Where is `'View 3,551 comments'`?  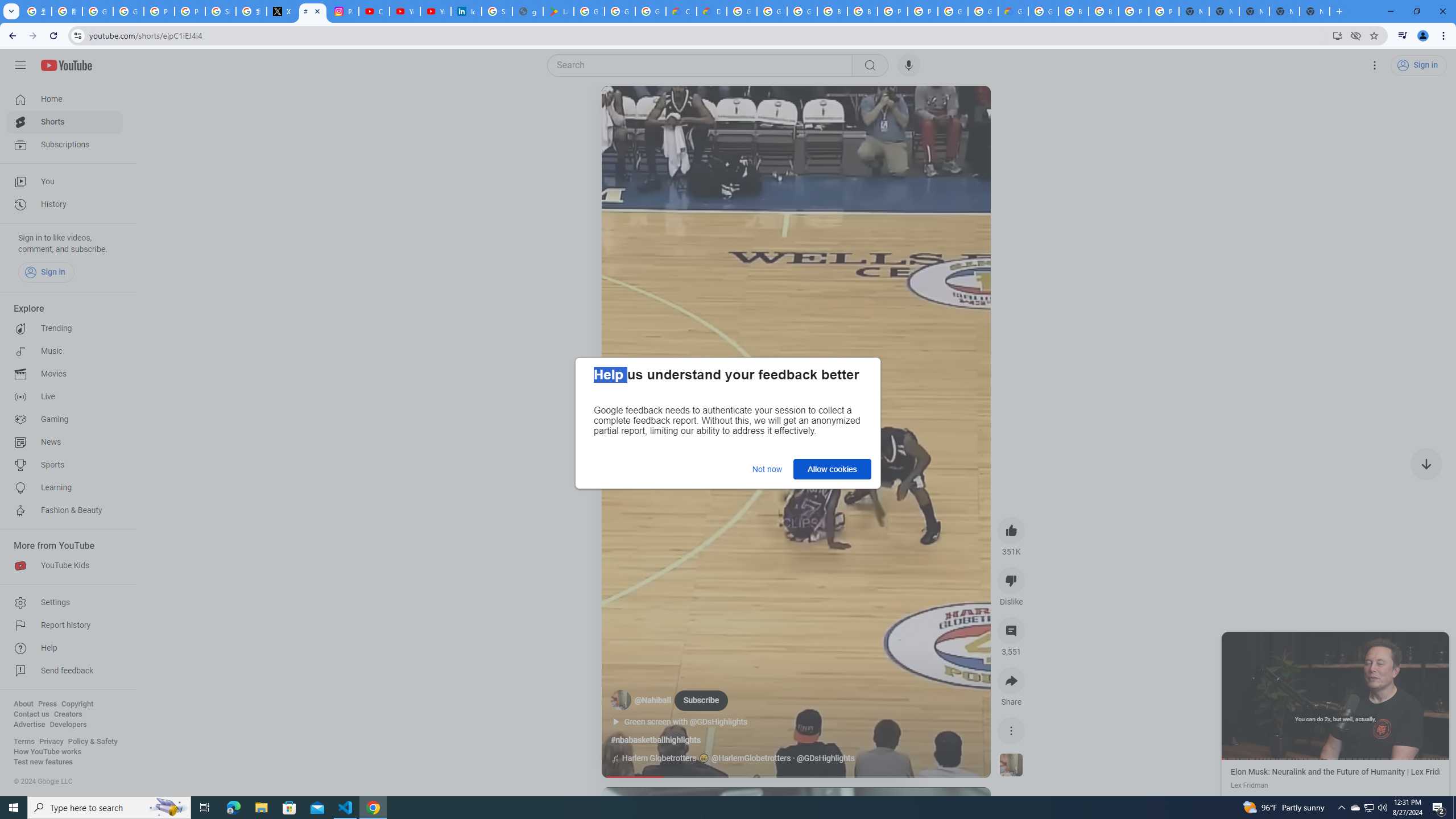
'View 3,551 comments' is located at coordinates (1011, 630).